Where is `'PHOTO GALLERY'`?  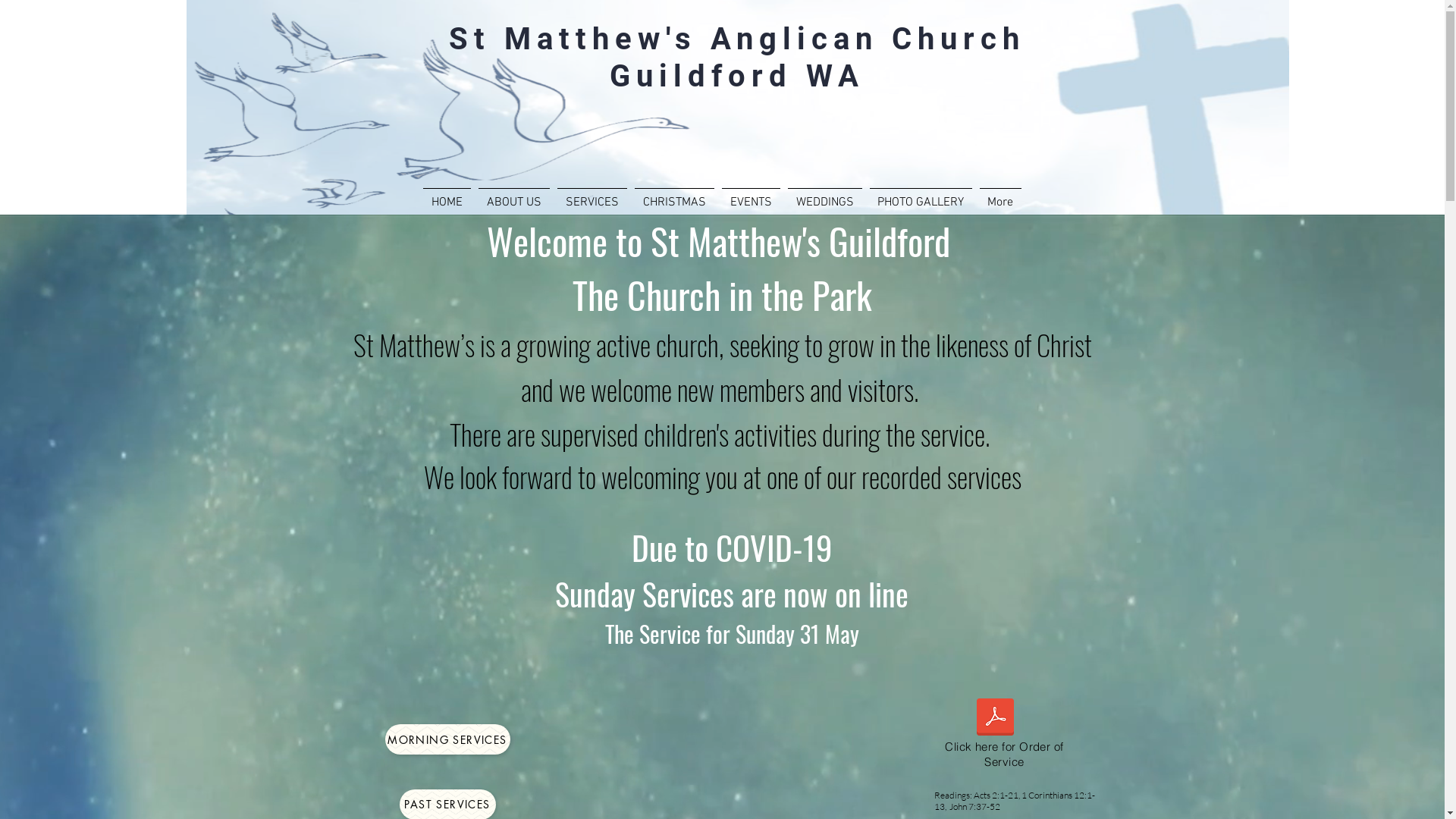
'PHOTO GALLERY' is located at coordinates (866, 195).